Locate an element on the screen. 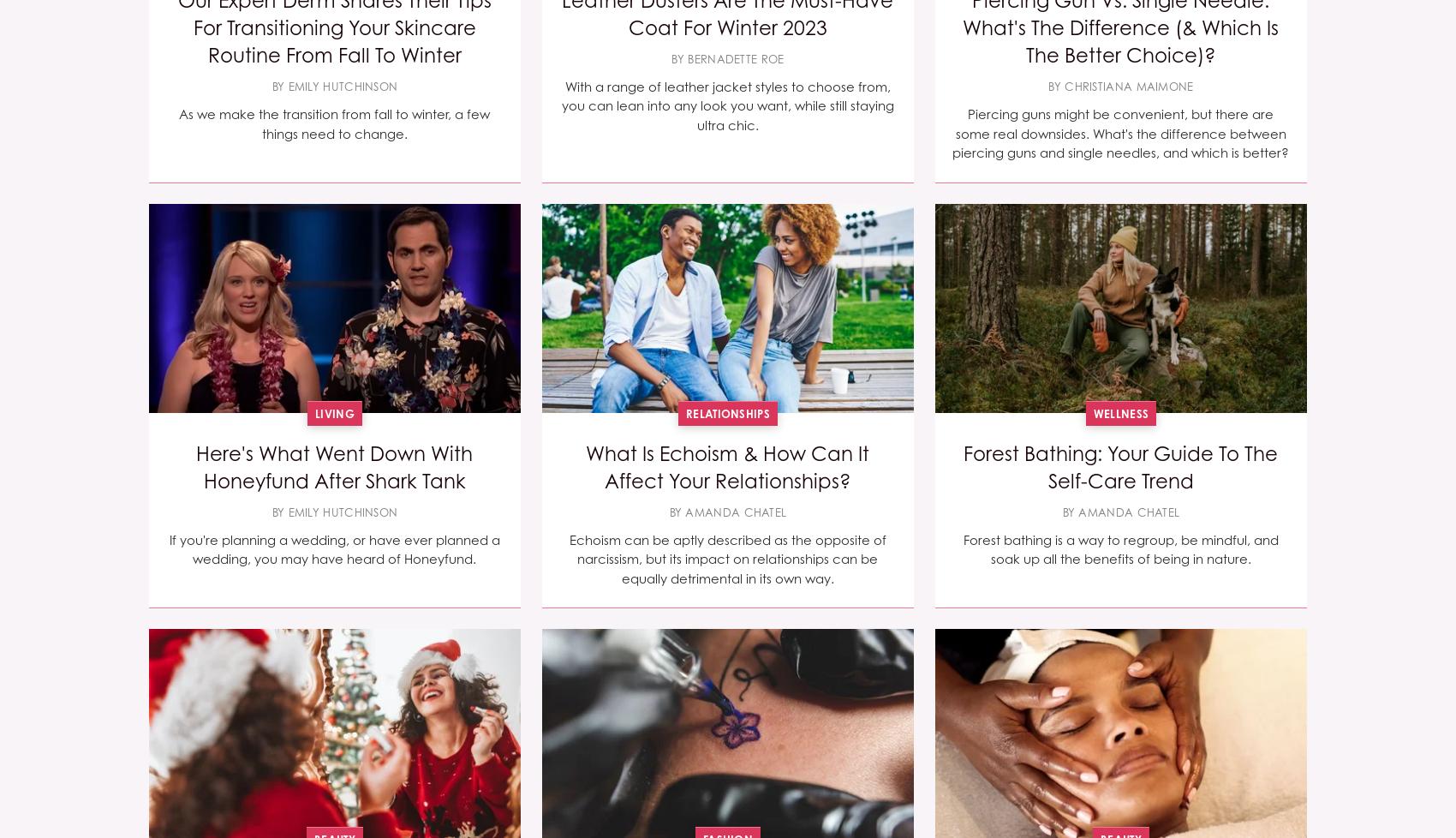 This screenshot has width=1456, height=838. 'What Is Echoism & How Can It Affect Your Relationships?' is located at coordinates (726, 467).